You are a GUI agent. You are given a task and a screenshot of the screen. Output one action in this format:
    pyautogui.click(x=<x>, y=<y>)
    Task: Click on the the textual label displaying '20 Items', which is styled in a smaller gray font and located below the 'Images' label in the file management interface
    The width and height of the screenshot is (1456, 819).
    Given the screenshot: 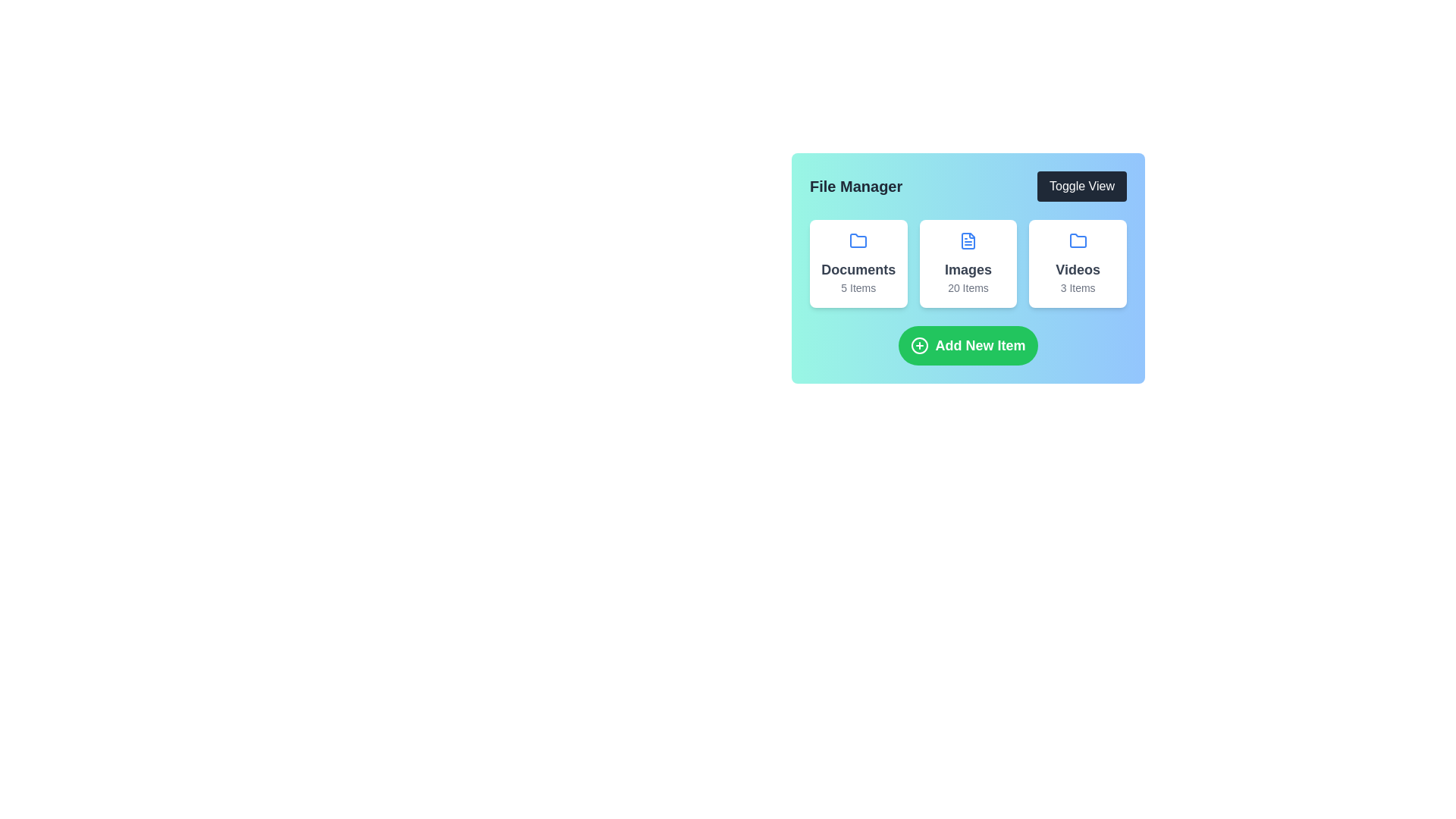 What is the action you would take?
    pyautogui.click(x=967, y=288)
    